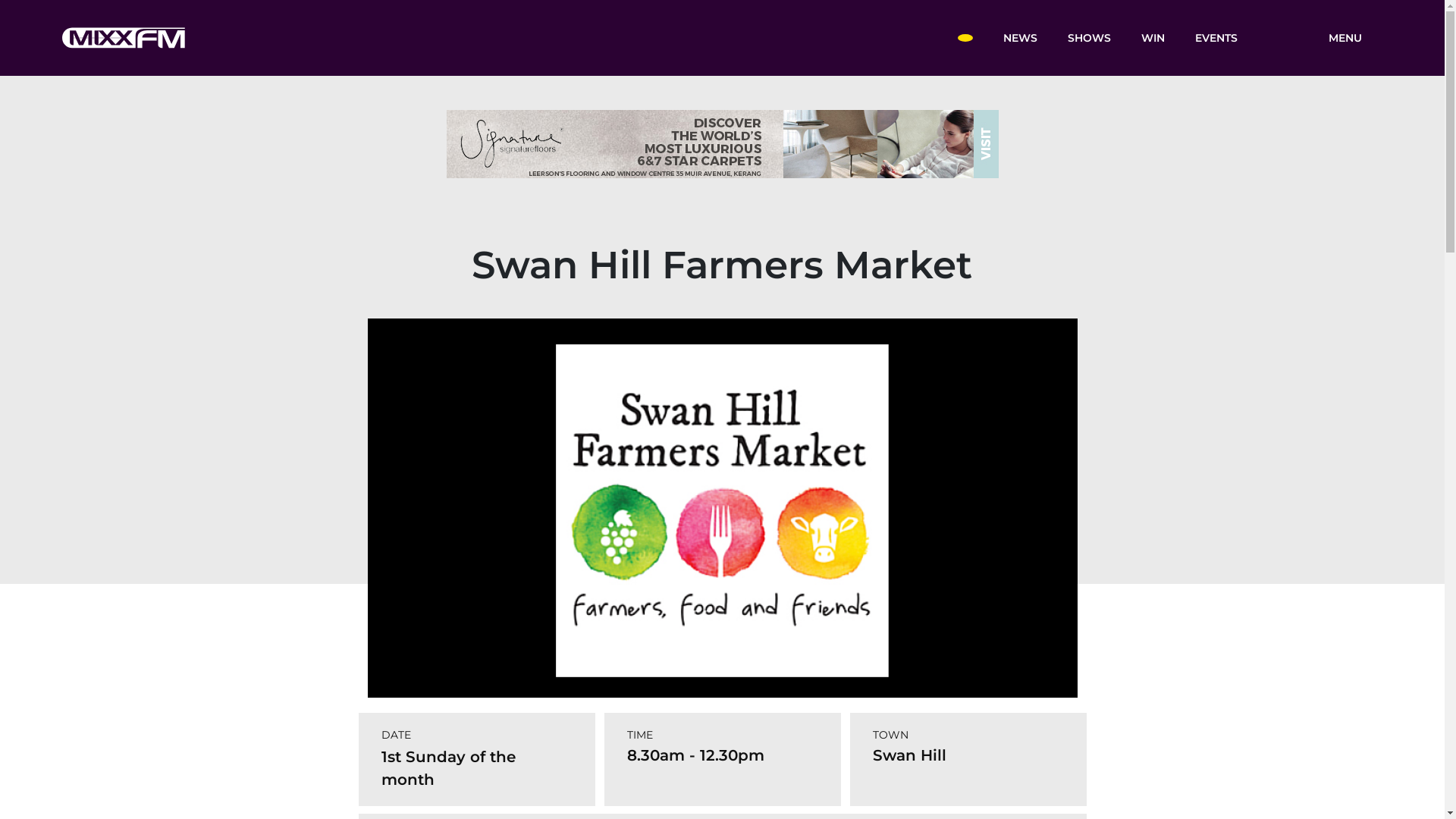 Image resolution: width=1456 pixels, height=819 pixels. What do you see at coordinates (1152, 36) in the screenshot?
I see `'WIN'` at bounding box center [1152, 36].